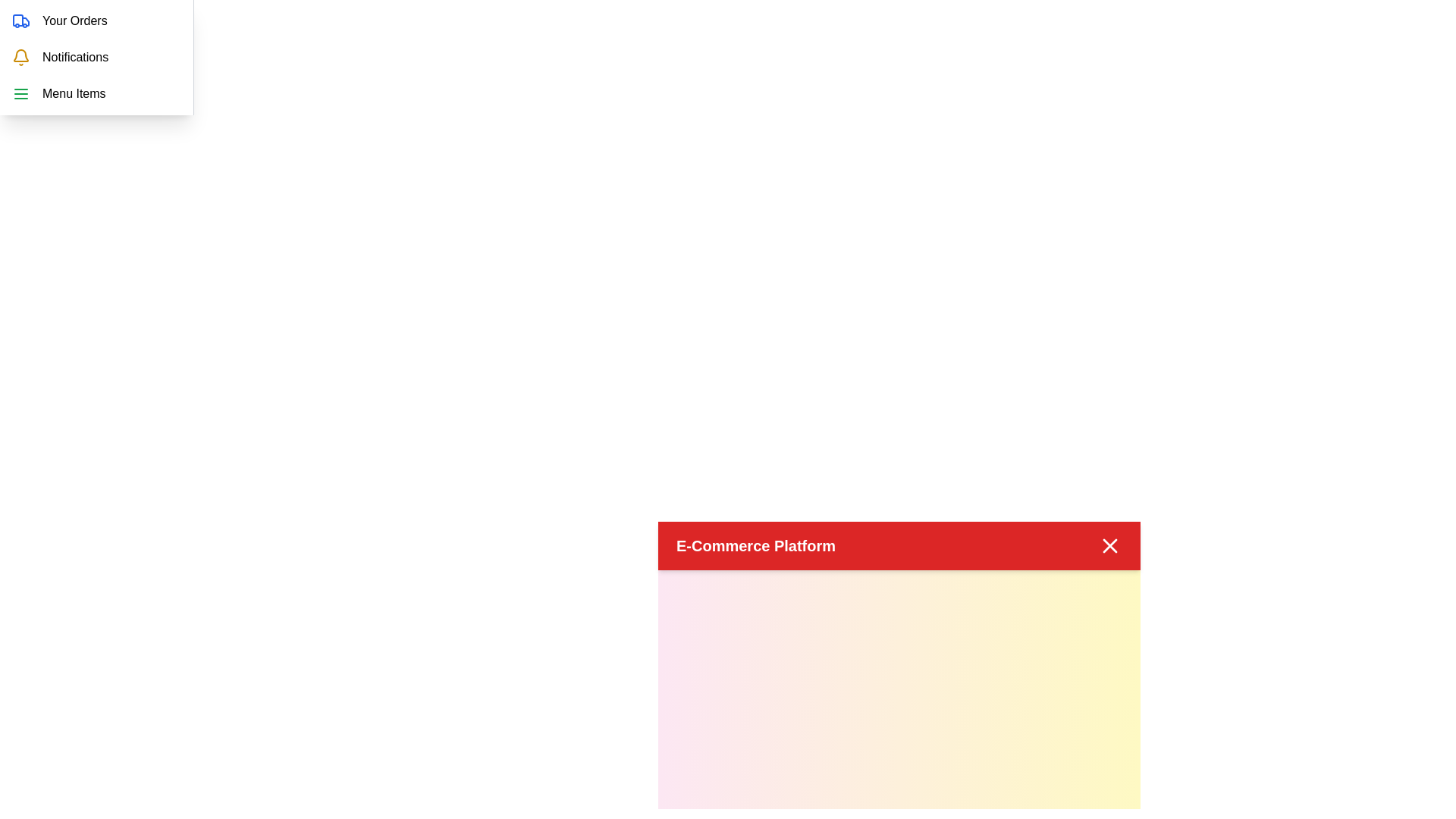 The width and height of the screenshot is (1456, 819). I want to click on the Text Label that describes the menu section, located as the third item below 'Your Orders' and 'Notifications', adjacent to the icon of three parallel lines, so click(73, 93).